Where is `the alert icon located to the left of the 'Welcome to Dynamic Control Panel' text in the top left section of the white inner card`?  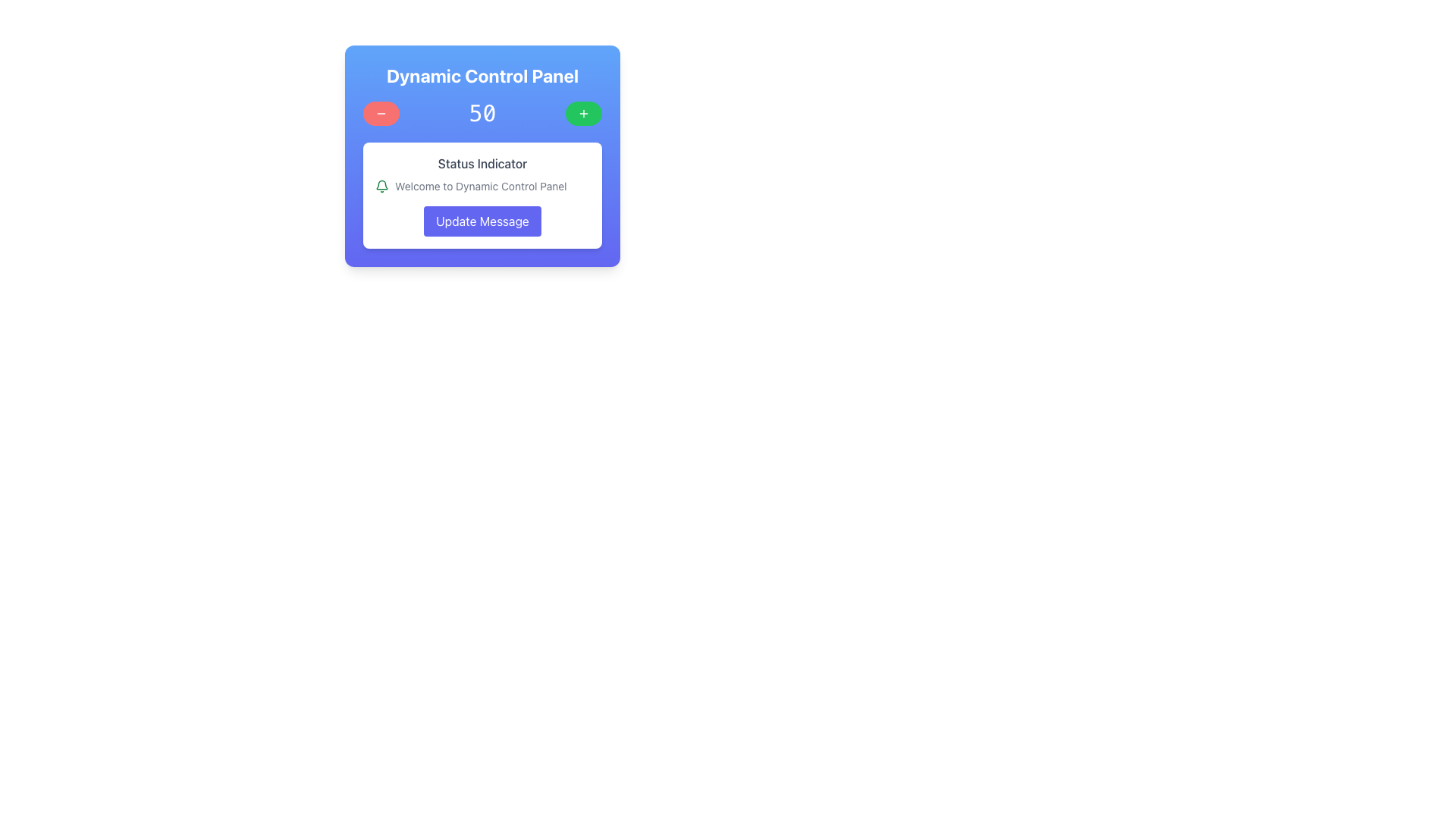
the alert icon located to the left of the 'Welcome to Dynamic Control Panel' text in the top left section of the white inner card is located at coordinates (382, 186).